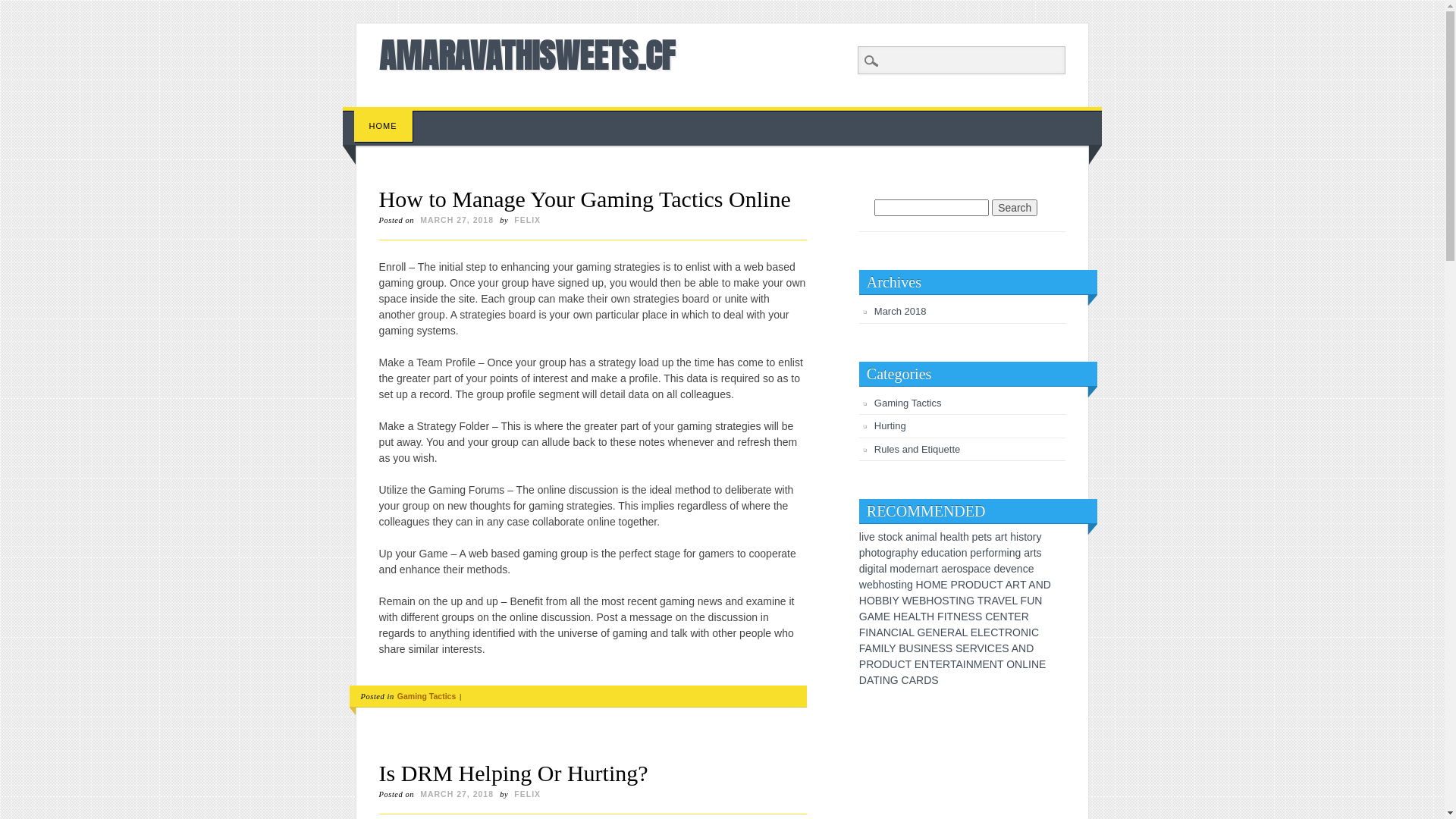  I want to click on 'w', so click(862, 584).